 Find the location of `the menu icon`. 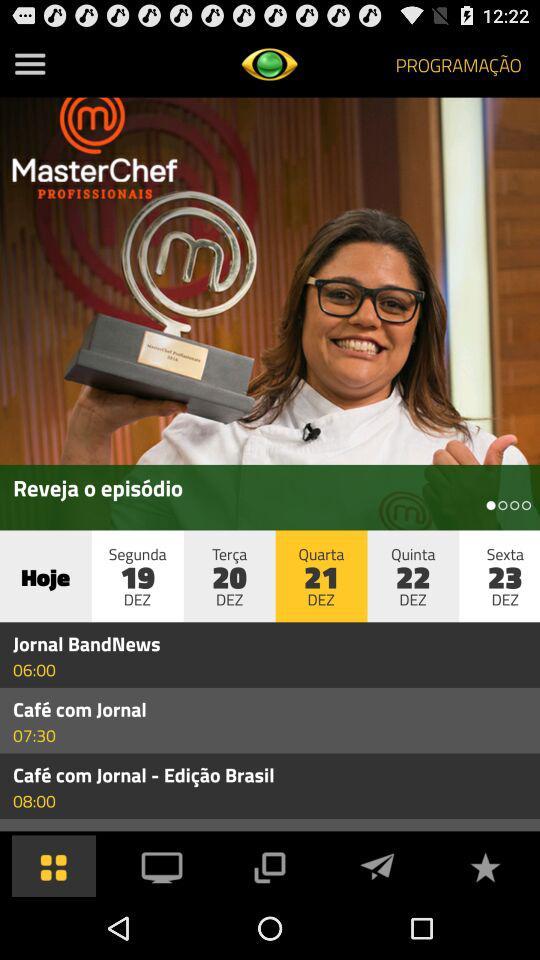

the menu icon is located at coordinates (29, 68).